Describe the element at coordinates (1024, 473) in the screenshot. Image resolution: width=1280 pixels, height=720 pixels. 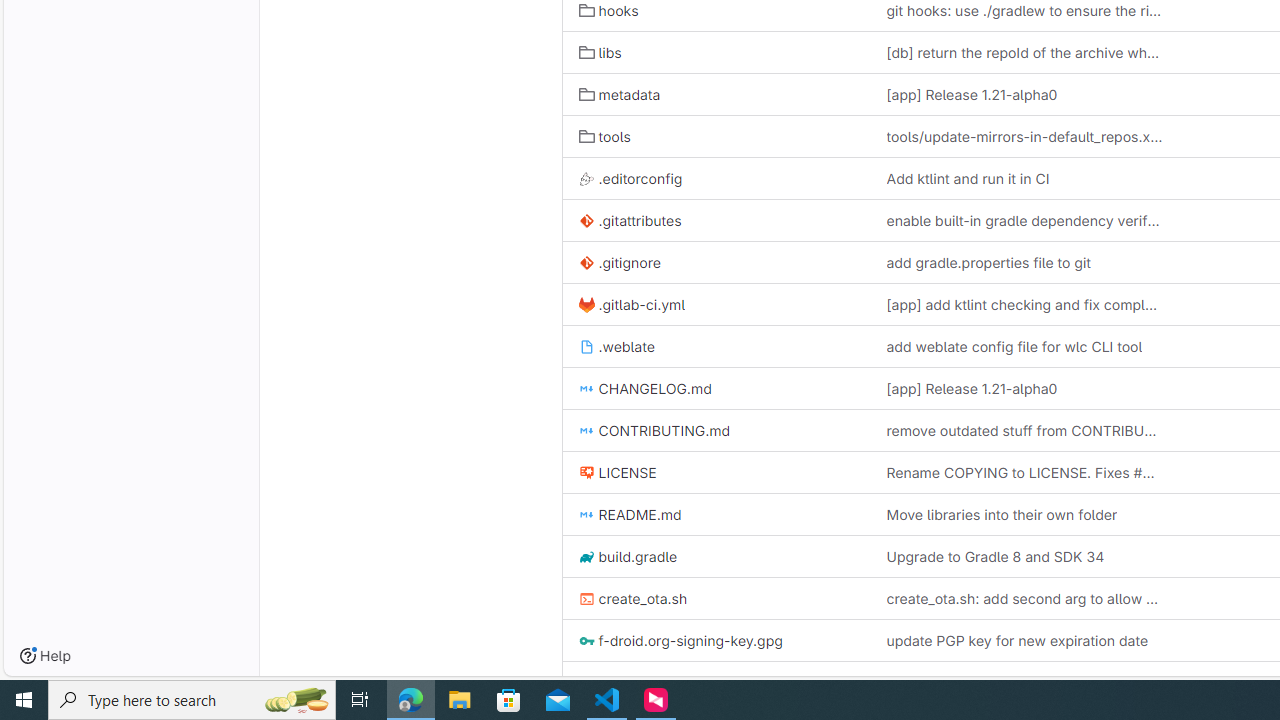
I see `'Rename COPYING to LICENSE. Fixes #384'` at that location.